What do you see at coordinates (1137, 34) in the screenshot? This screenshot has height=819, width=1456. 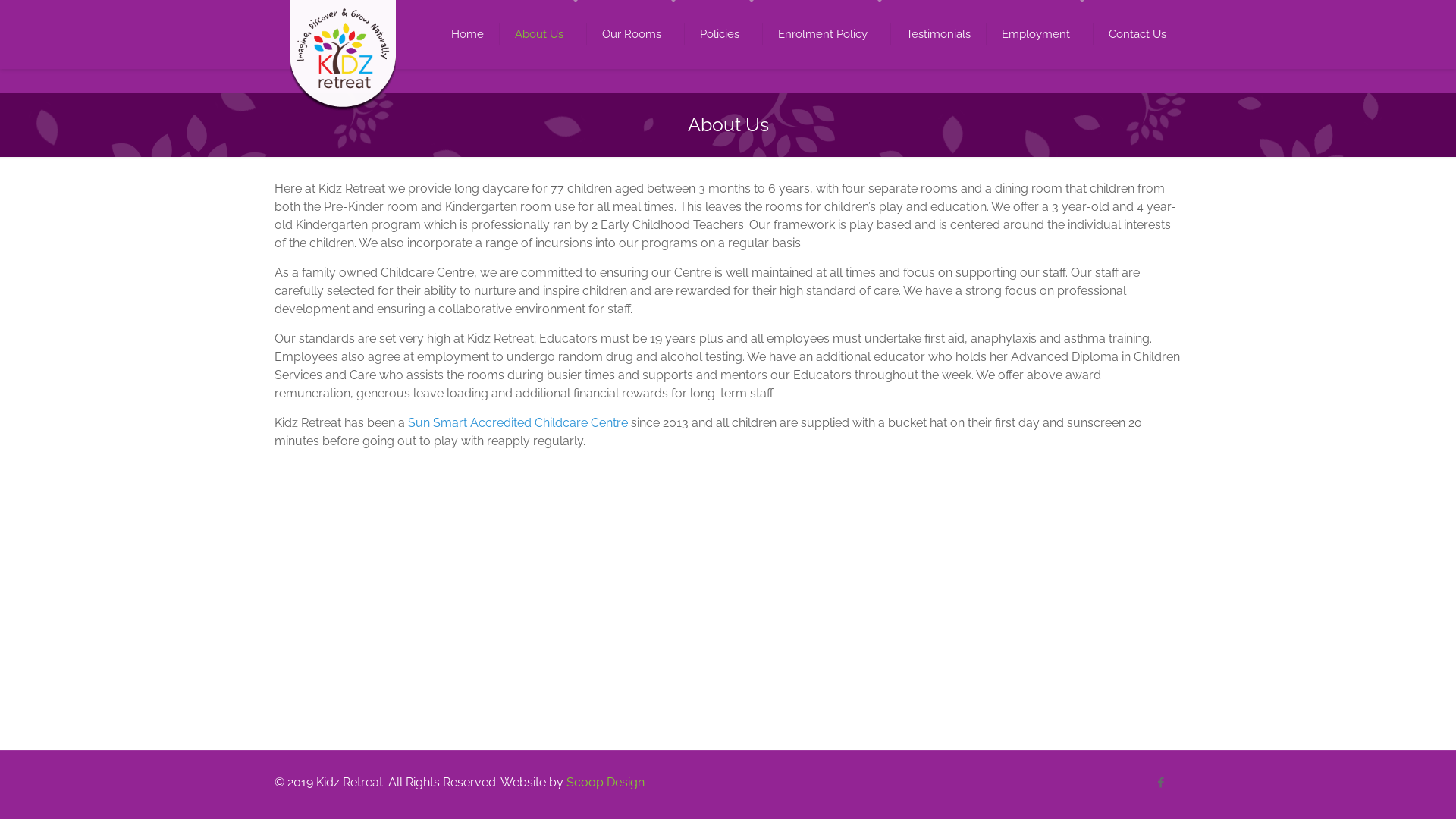 I see `'Contact Us'` at bounding box center [1137, 34].